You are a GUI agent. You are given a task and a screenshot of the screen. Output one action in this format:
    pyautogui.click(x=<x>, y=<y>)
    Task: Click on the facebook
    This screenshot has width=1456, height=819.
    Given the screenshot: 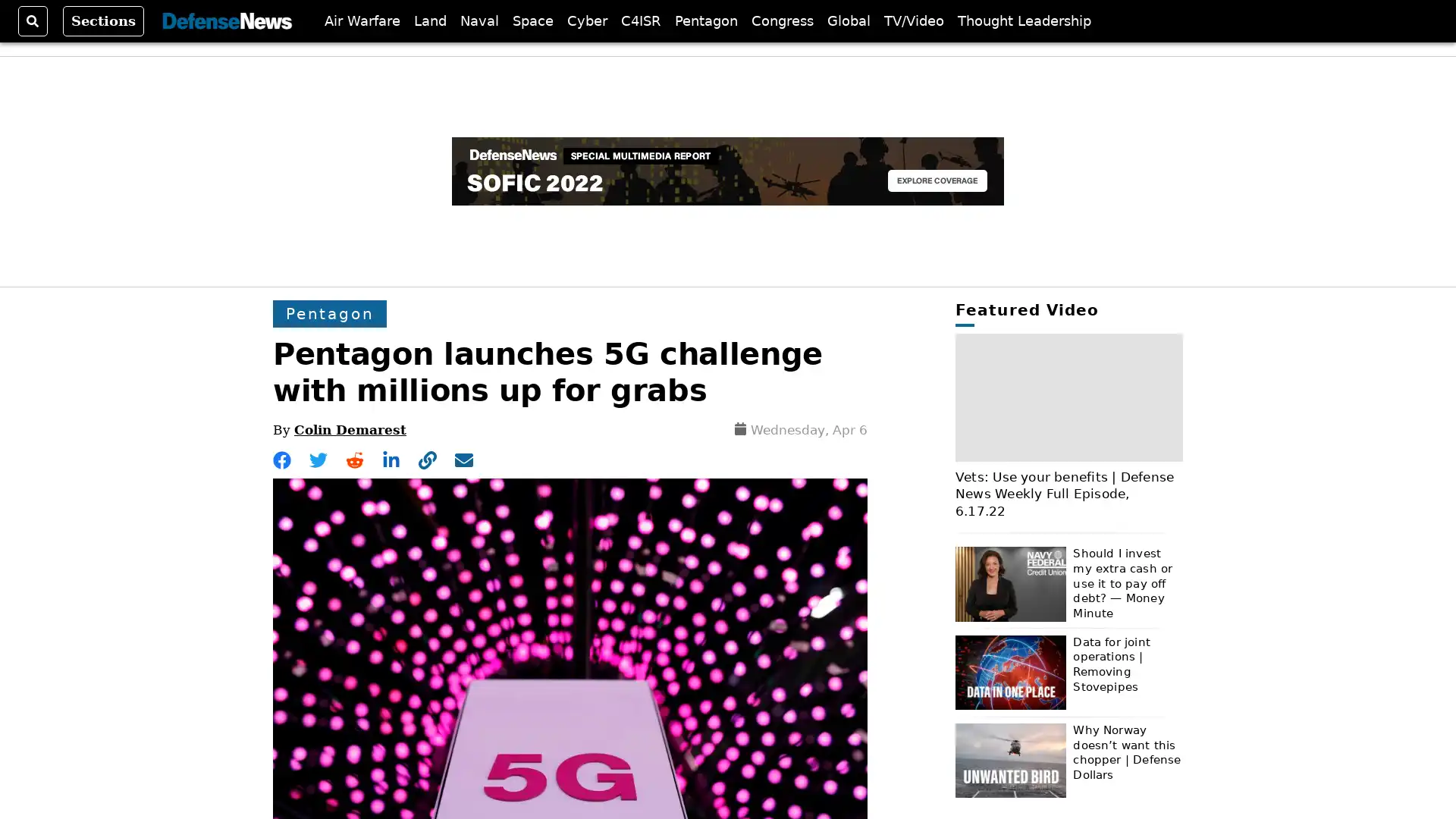 What is the action you would take?
    pyautogui.click(x=282, y=459)
    